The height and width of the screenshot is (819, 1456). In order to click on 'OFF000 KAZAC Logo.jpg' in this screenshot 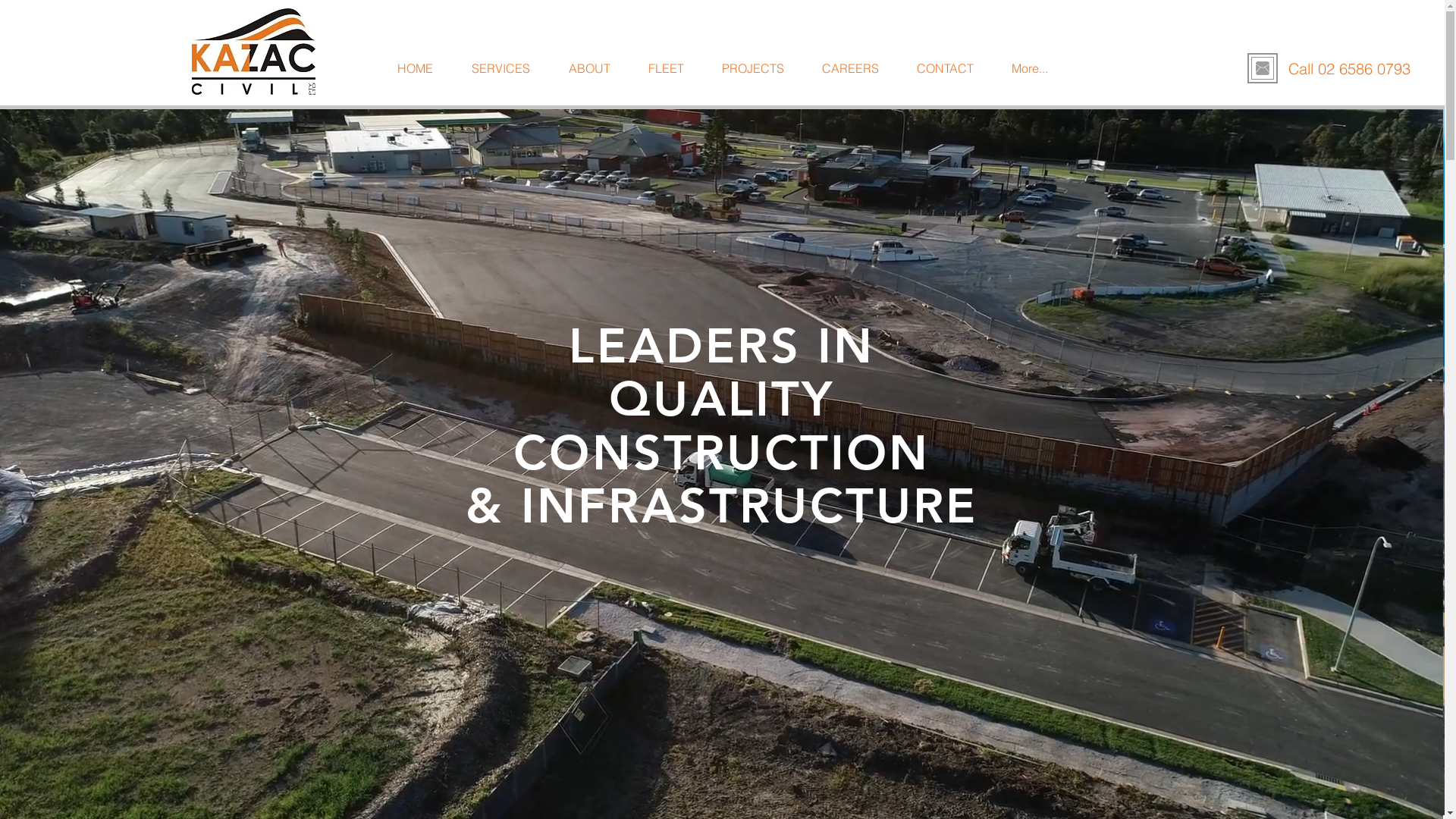, I will do `click(253, 51)`.